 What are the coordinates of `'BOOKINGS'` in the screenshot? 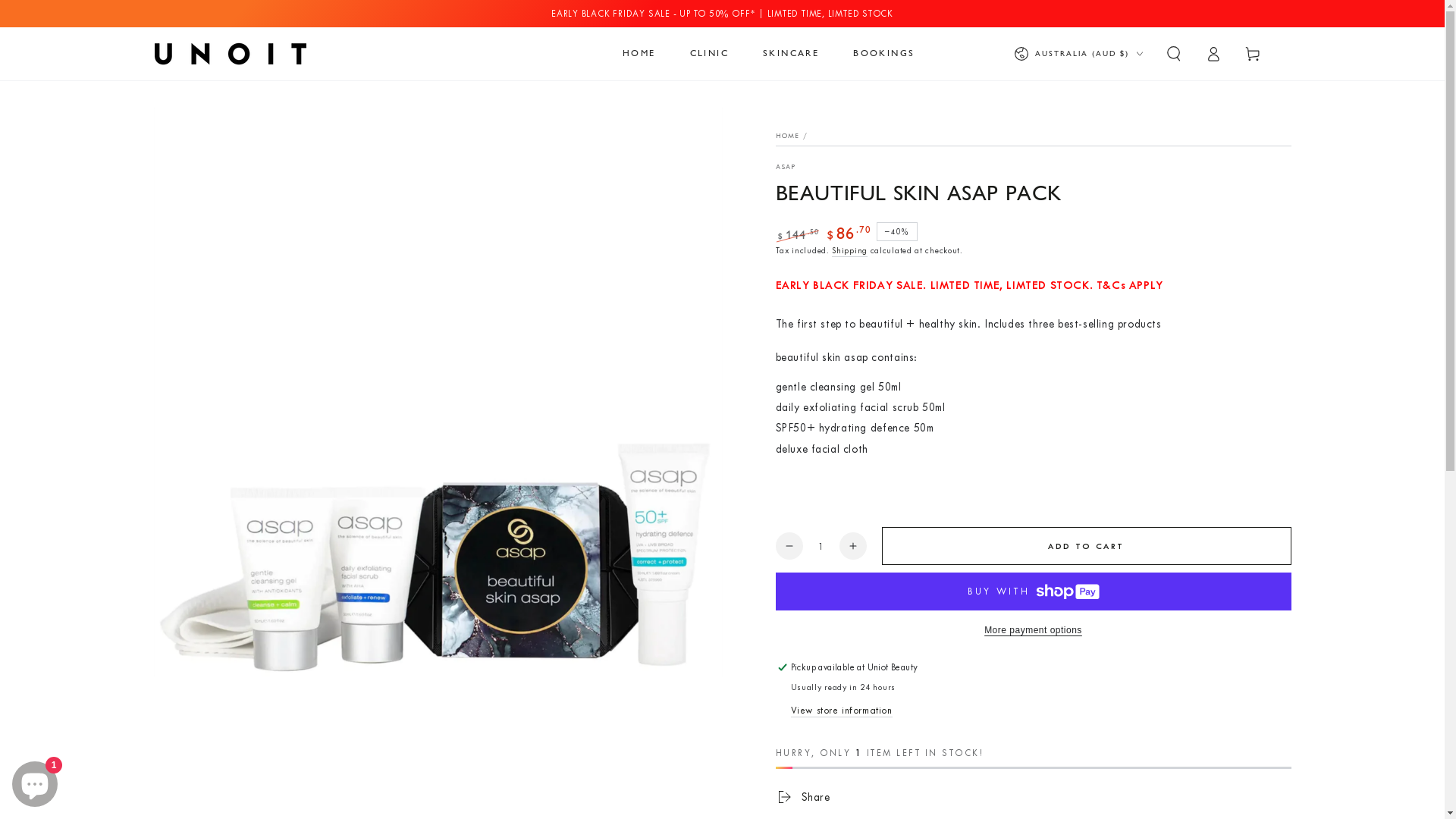 It's located at (883, 52).